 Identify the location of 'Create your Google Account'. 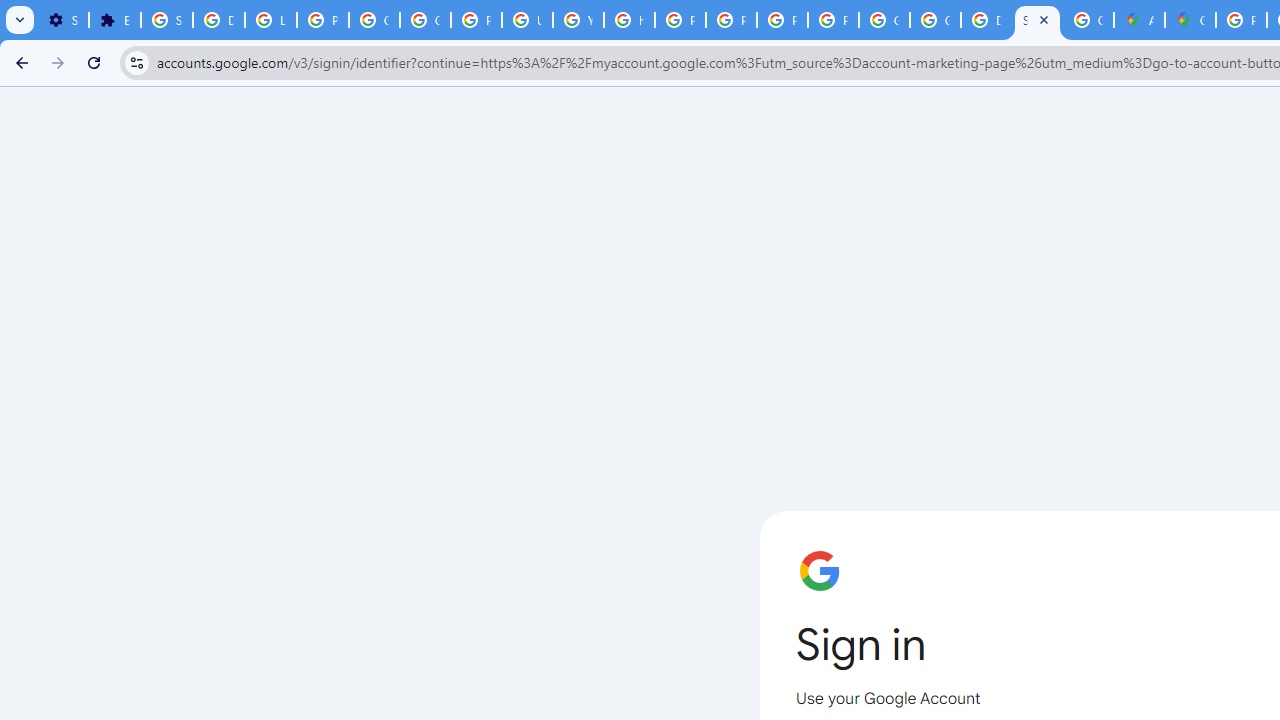
(1087, 20).